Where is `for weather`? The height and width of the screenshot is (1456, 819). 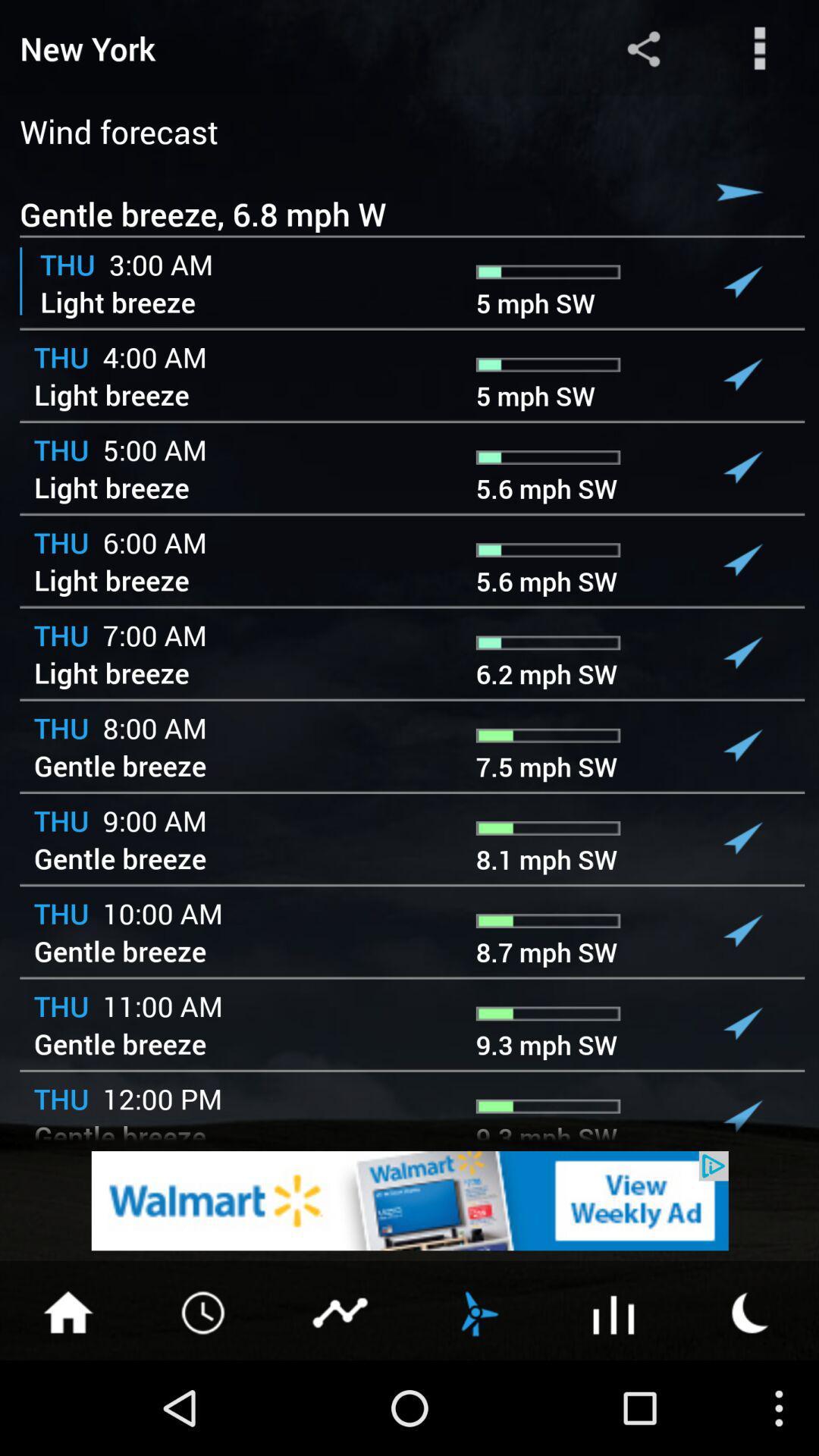
for weather is located at coordinates (751, 1310).